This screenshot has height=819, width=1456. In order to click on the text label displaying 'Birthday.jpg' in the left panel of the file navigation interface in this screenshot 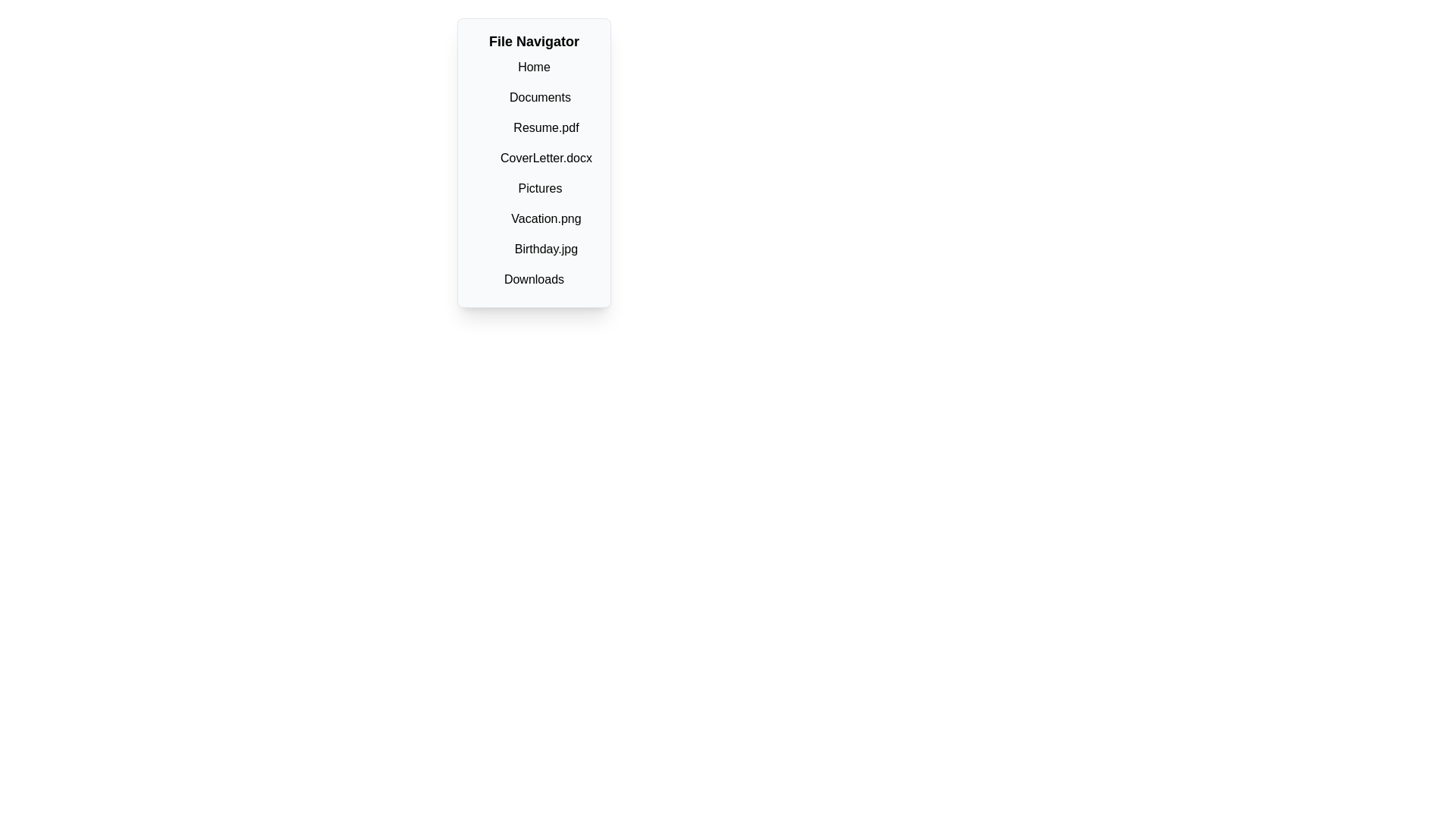, I will do `click(546, 248)`.